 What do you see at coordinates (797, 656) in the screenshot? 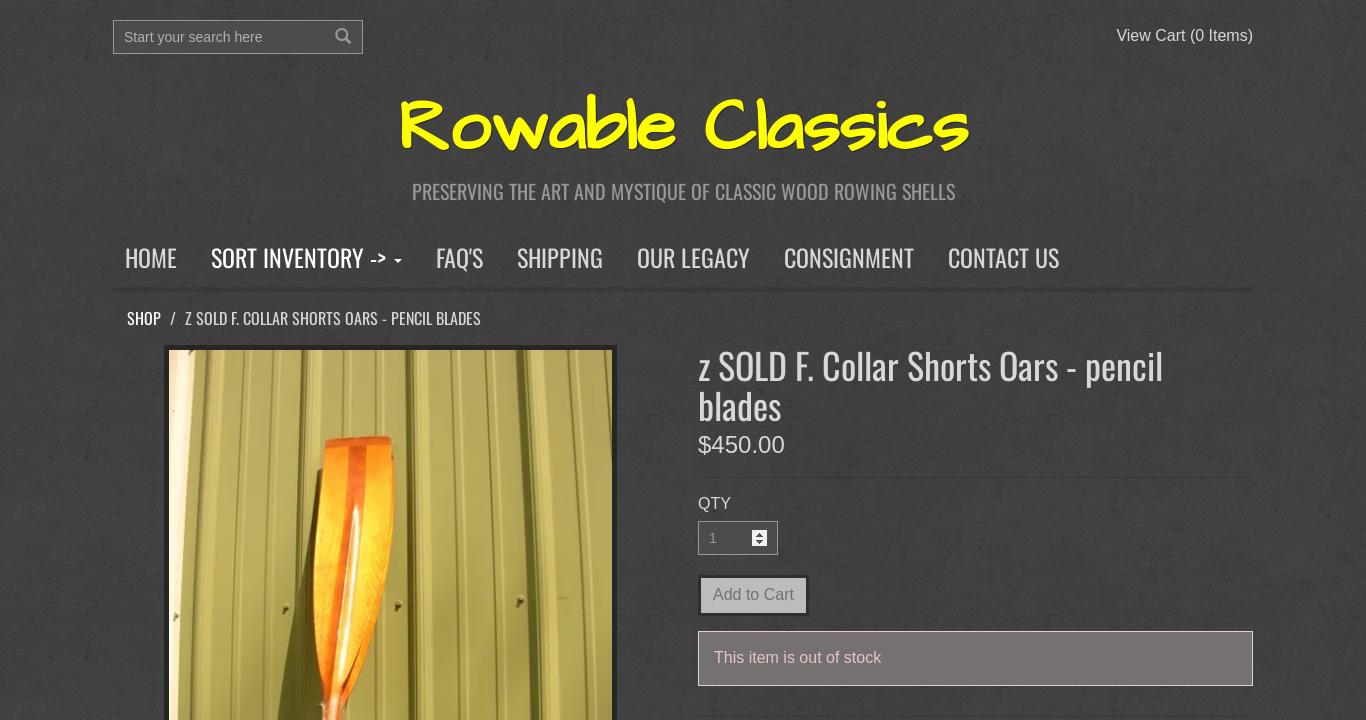
I see `'This item is out of stock'` at bounding box center [797, 656].